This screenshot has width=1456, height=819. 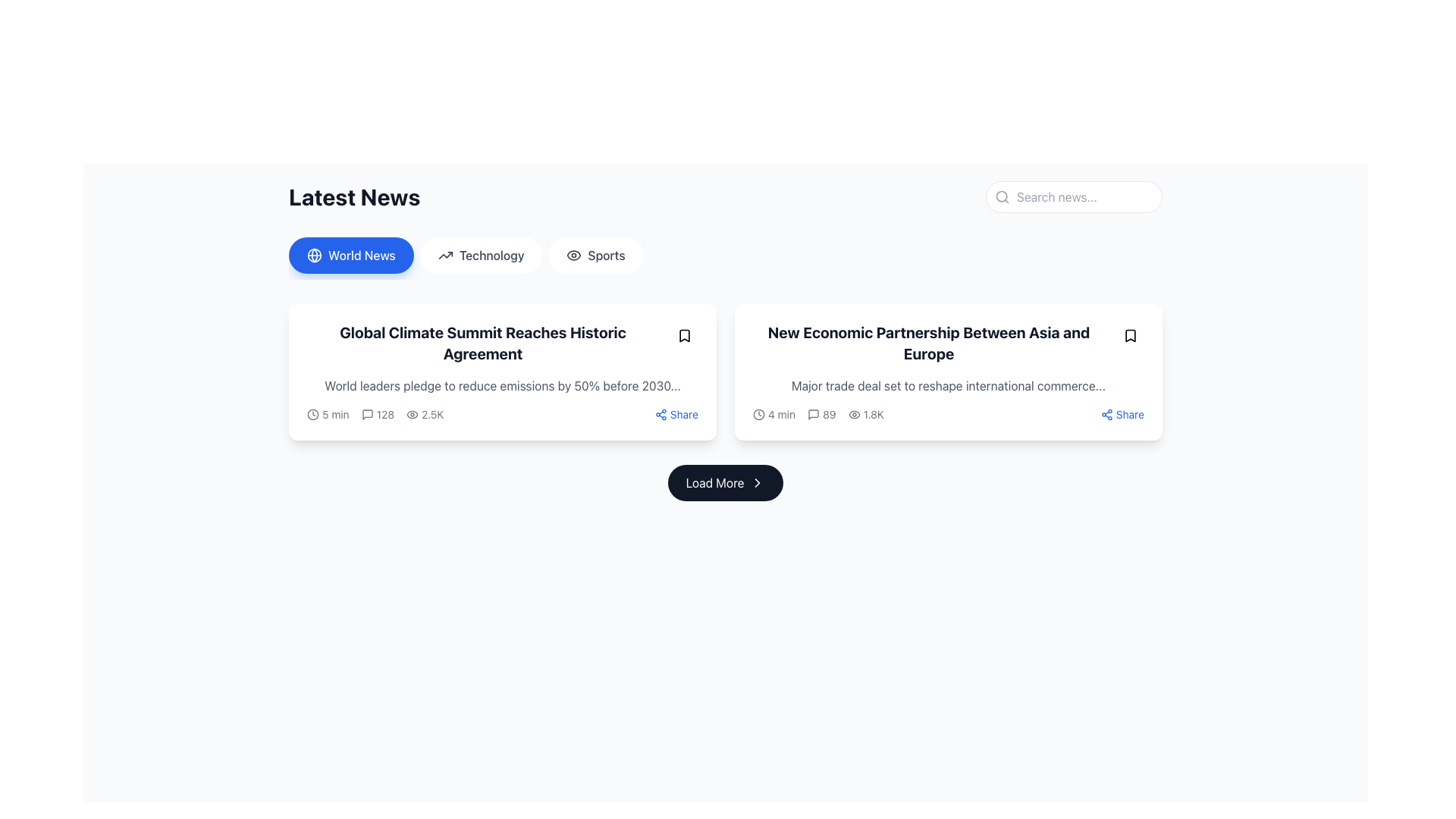 I want to click on the title of the news article located at the top-left of the news card layout to interact with it, if interactive actions are available, so click(x=488, y=343).